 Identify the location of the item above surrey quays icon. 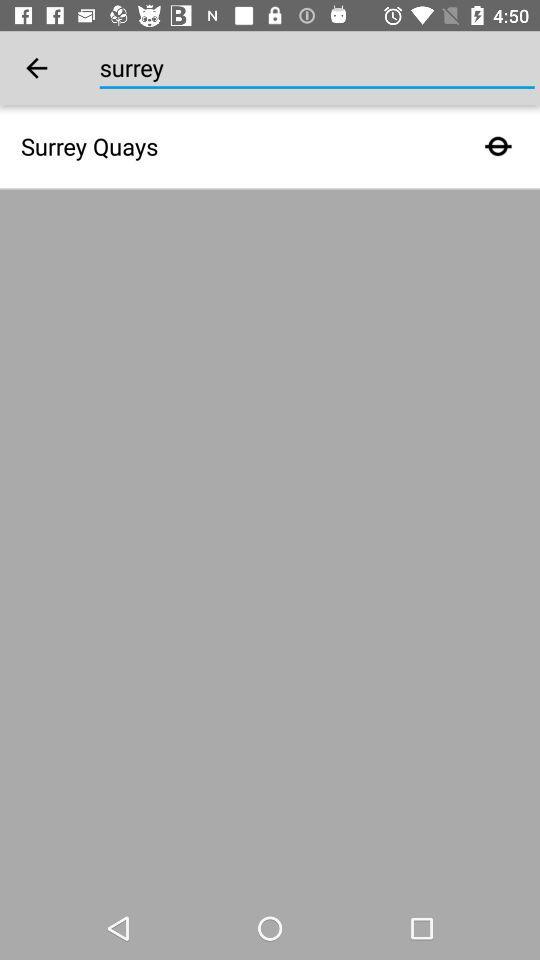
(36, 68).